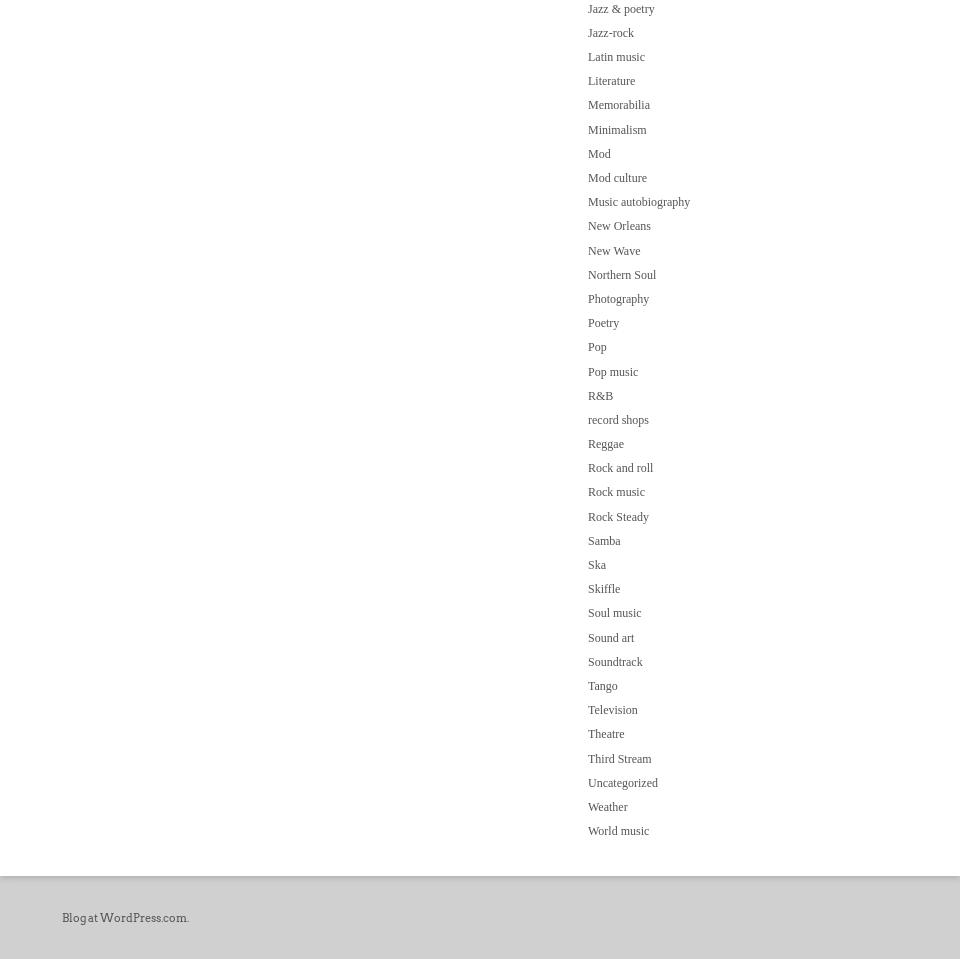  Describe the element at coordinates (610, 81) in the screenshot. I see `'Literature'` at that location.